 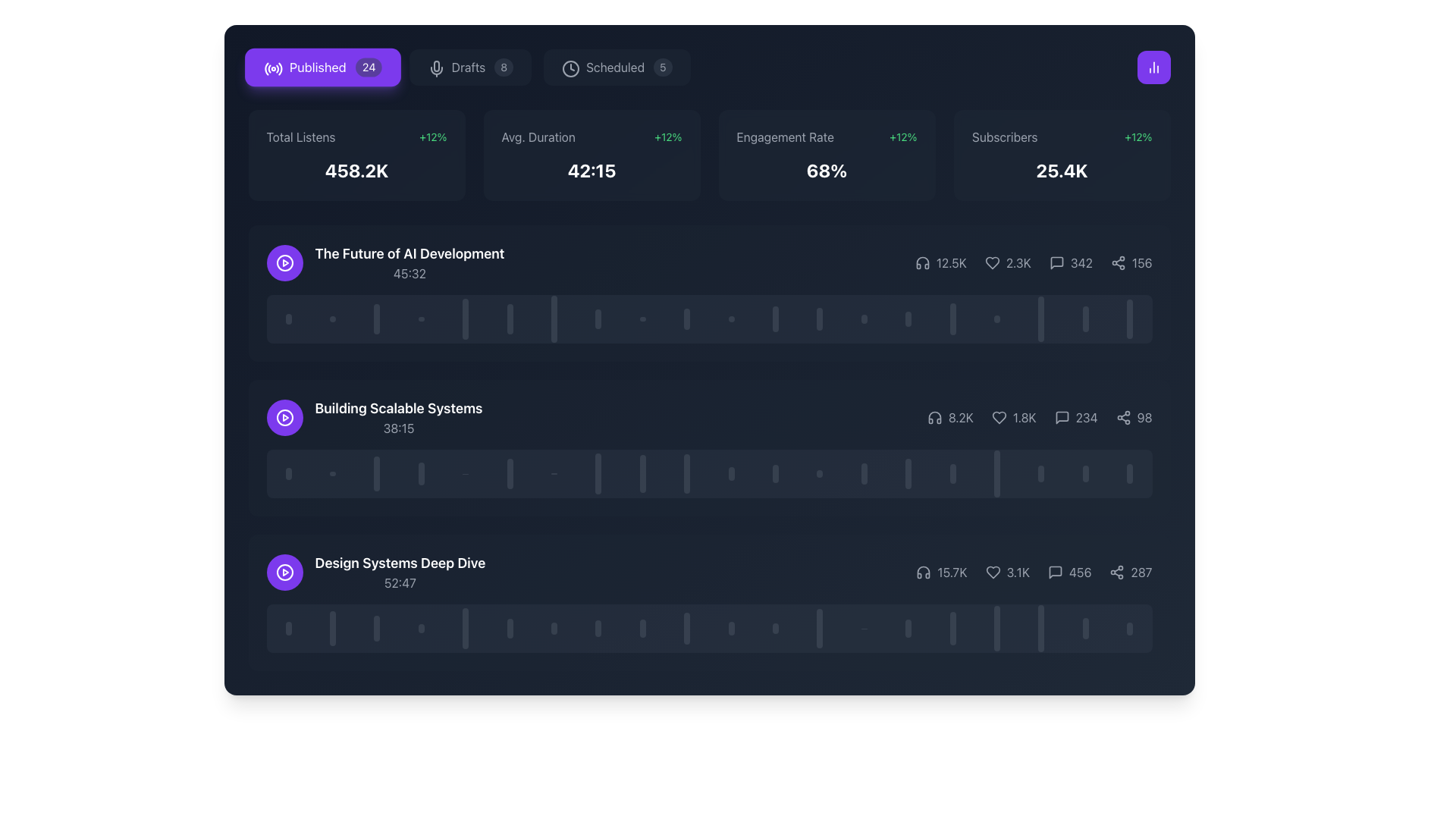 I want to click on the small headphone icon with an outline design located in the metrics section, positioned to the left of the numerical figure in the lower mid-section of the interface, so click(x=934, y=418).